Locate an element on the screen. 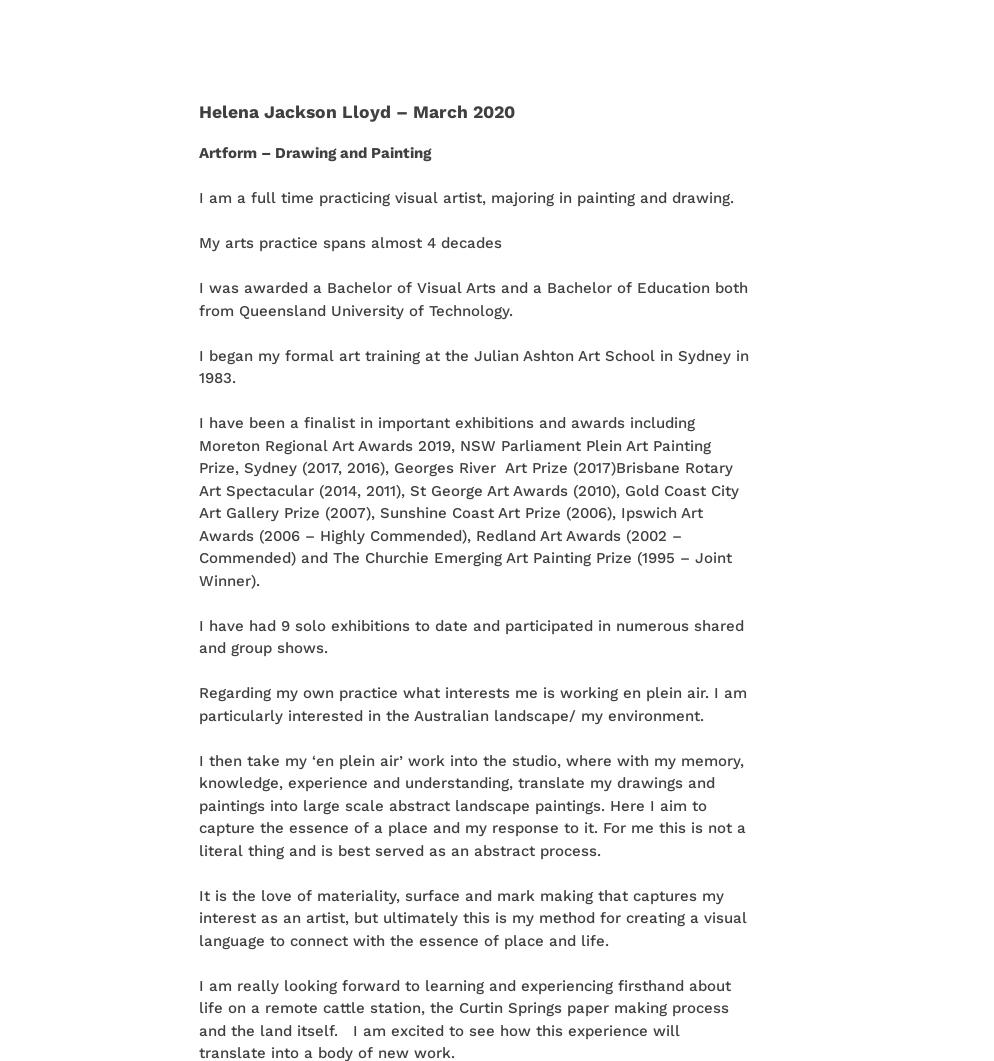 The width and height of the screenshot is (994, 1061). 'Helena Jackson Lloyd – March 2020' is located at coordinates (197, 110).